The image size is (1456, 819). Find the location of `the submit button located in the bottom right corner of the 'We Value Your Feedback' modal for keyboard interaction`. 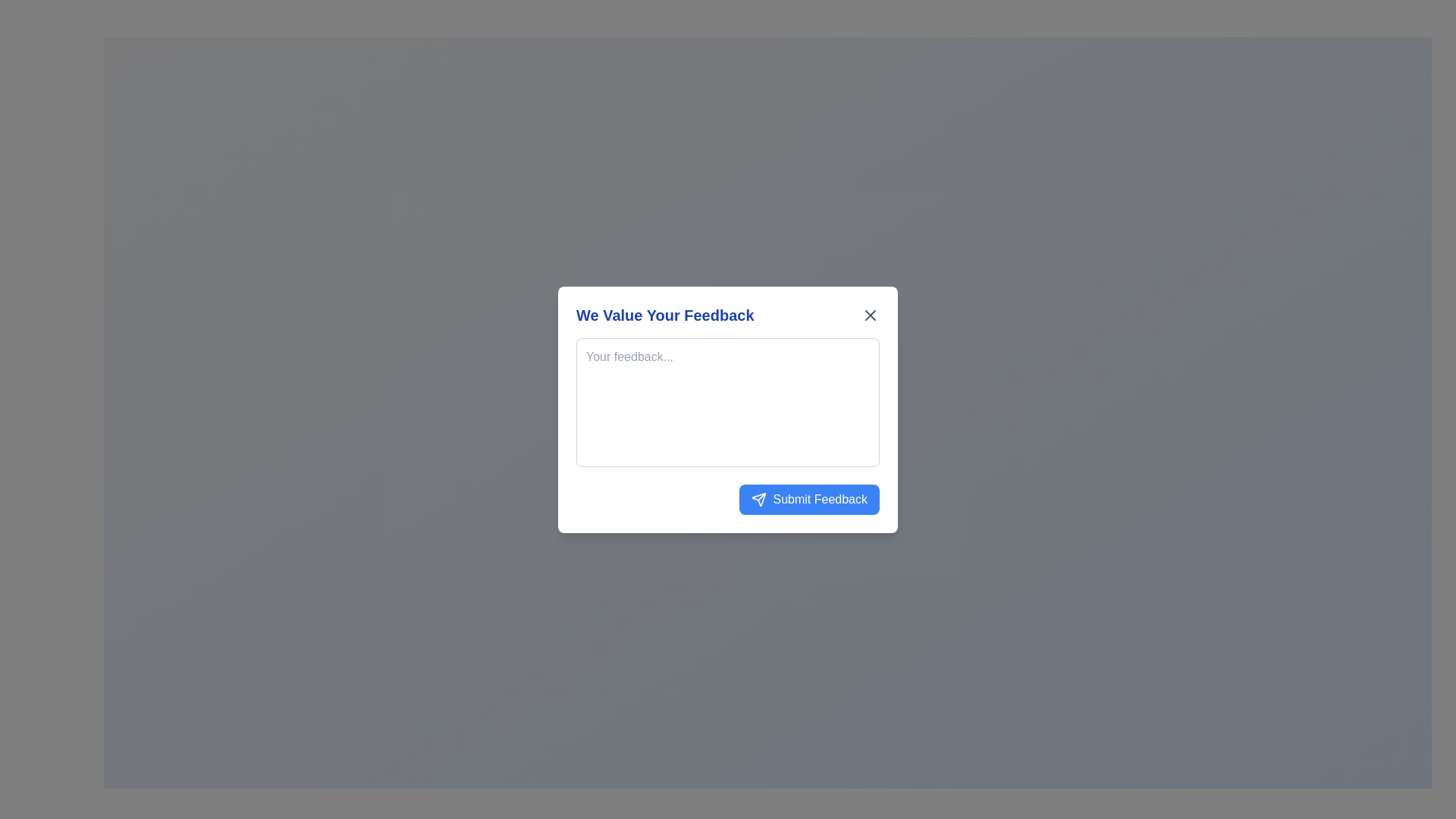

the submit button located in the bottom right corner of the 'We Value Your Feedback' modal for keyboard interaction is located at coordinates (728, 499).